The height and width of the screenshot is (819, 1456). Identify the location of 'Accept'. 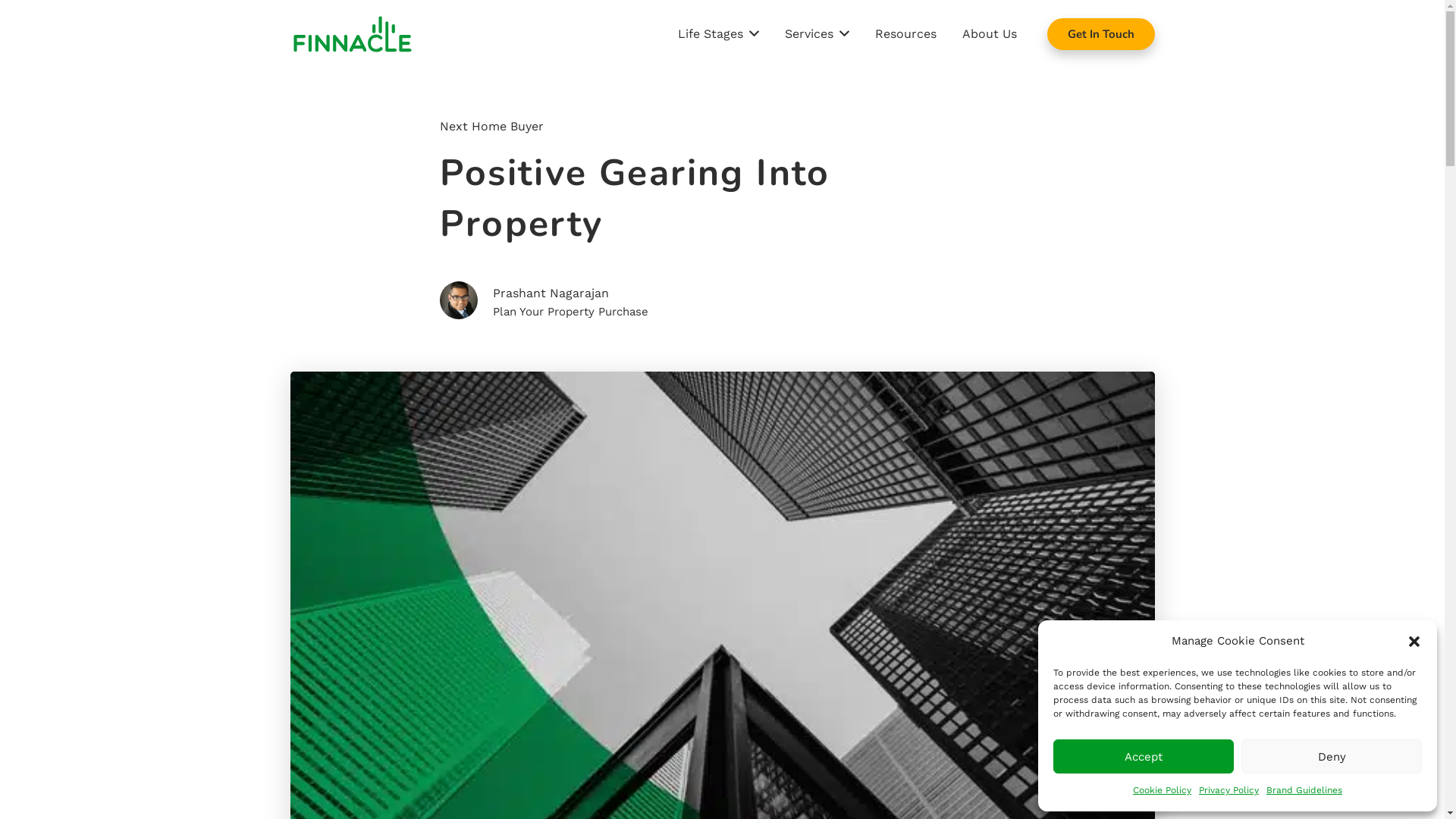
(1143, 756).